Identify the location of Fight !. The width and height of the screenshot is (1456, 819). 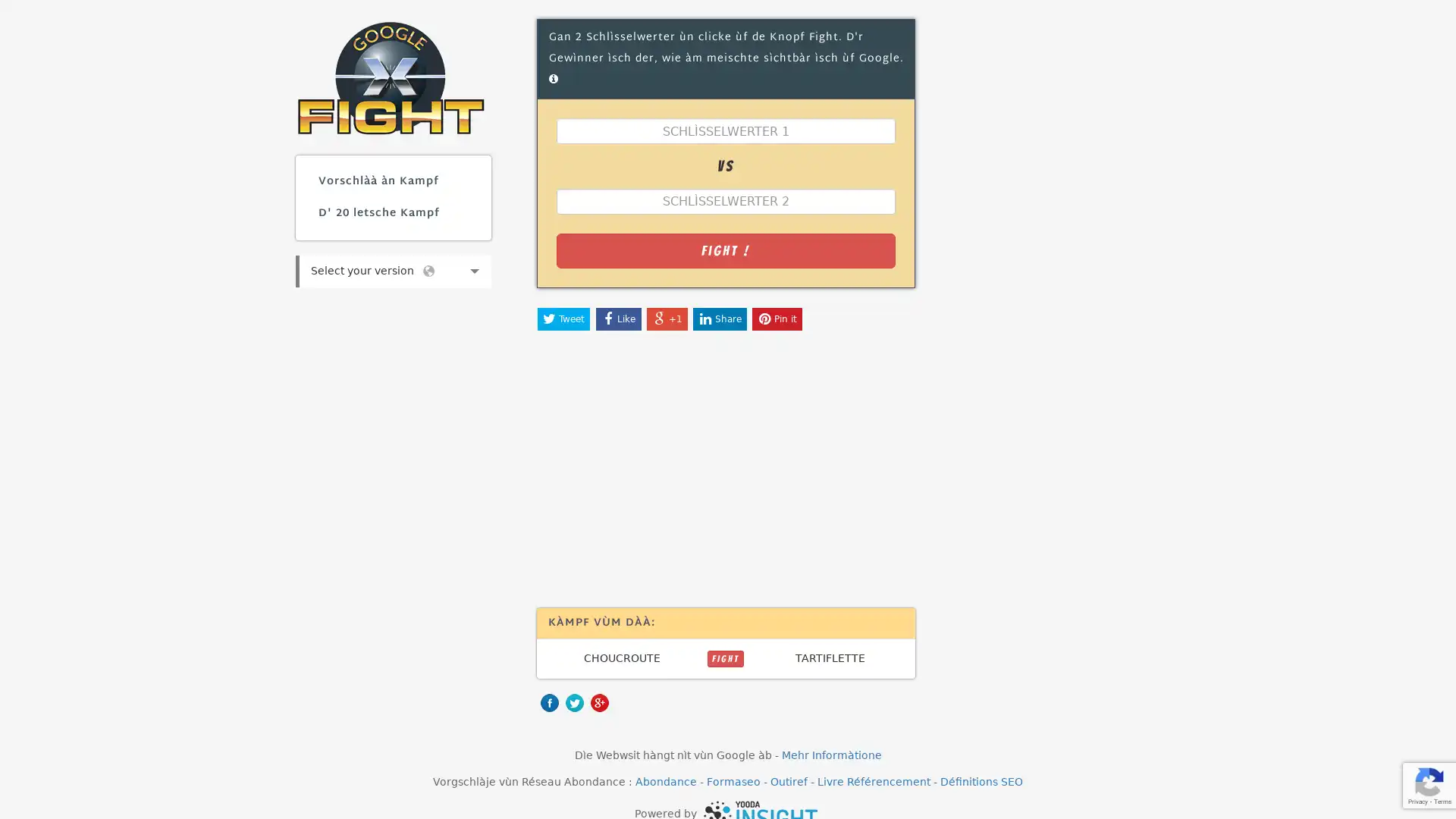
(724, 249).